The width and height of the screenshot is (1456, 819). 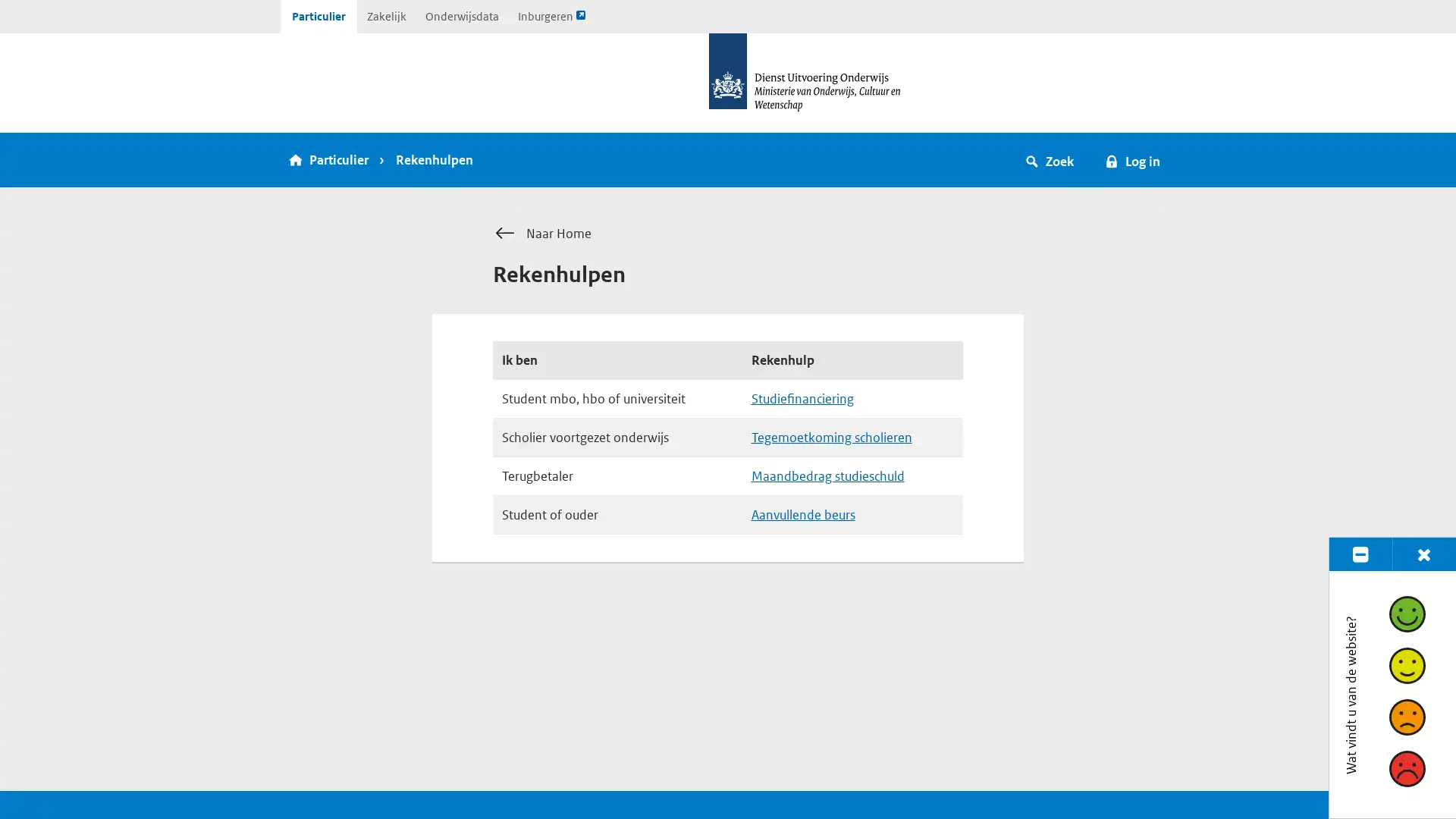 What do you see at coordinates (1405, 664) in the screenshot?
I see `Redelijk` at bounding box center [1405, 664].